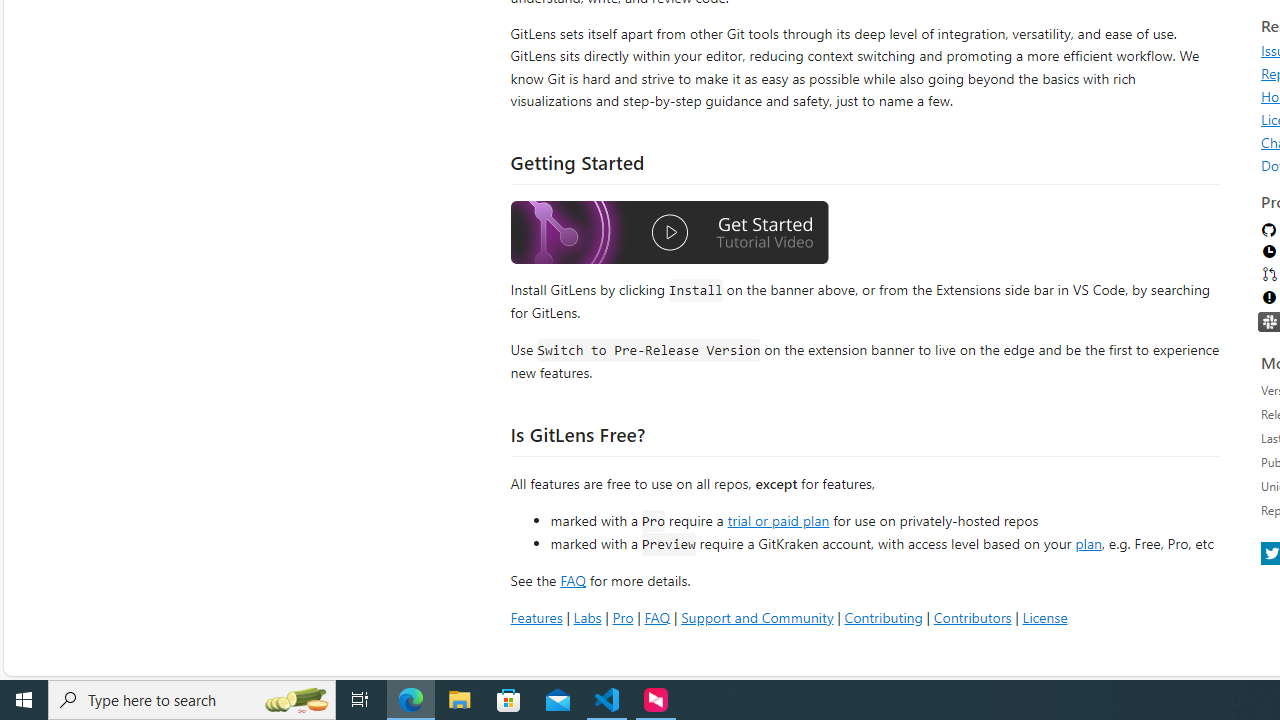 The height and width of the screenshot is (720, 1280). Describe the element at coordinates (882, 616) in the screenshot. I see `'Contributing'` at that location.